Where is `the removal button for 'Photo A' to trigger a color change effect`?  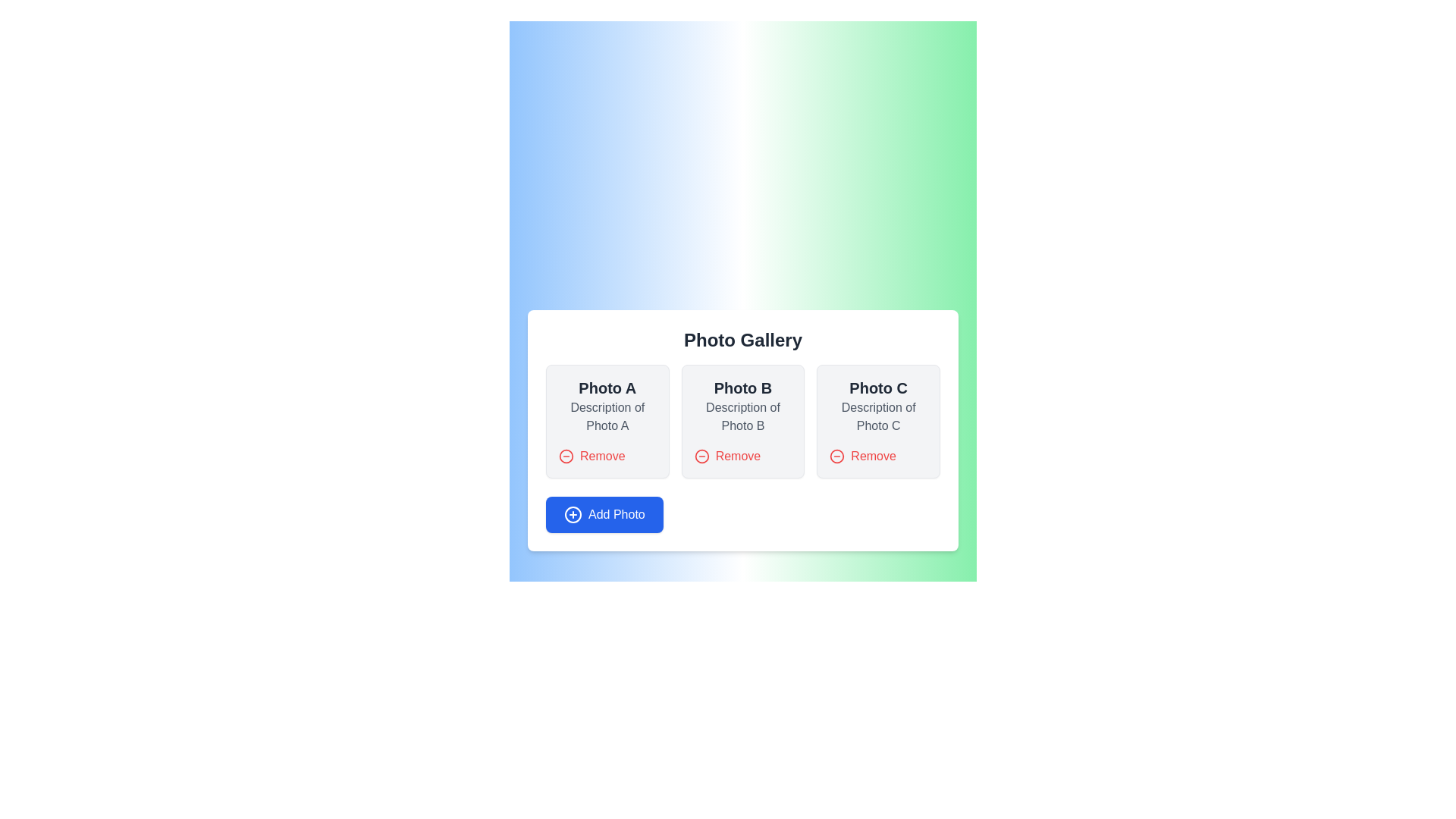 the removal button for 'Photo A' to trigger a color change effect is located at coordinates (591, 455).